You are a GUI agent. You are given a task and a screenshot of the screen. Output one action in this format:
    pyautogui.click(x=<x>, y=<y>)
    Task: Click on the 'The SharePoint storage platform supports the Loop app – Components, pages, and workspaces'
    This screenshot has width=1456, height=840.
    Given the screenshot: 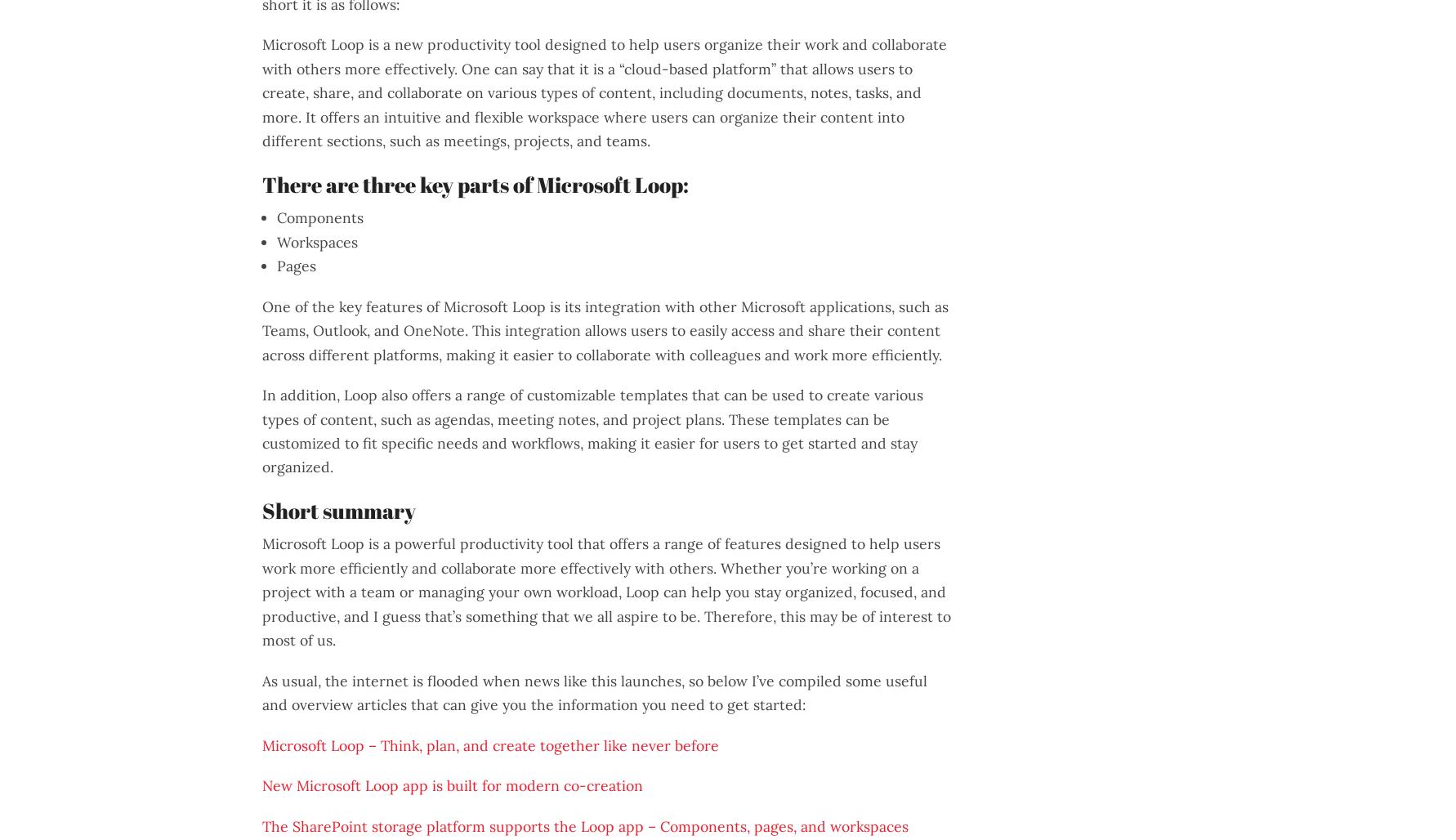 What is the action you would take?
    pyautogui.click(x=585, y=824)
    